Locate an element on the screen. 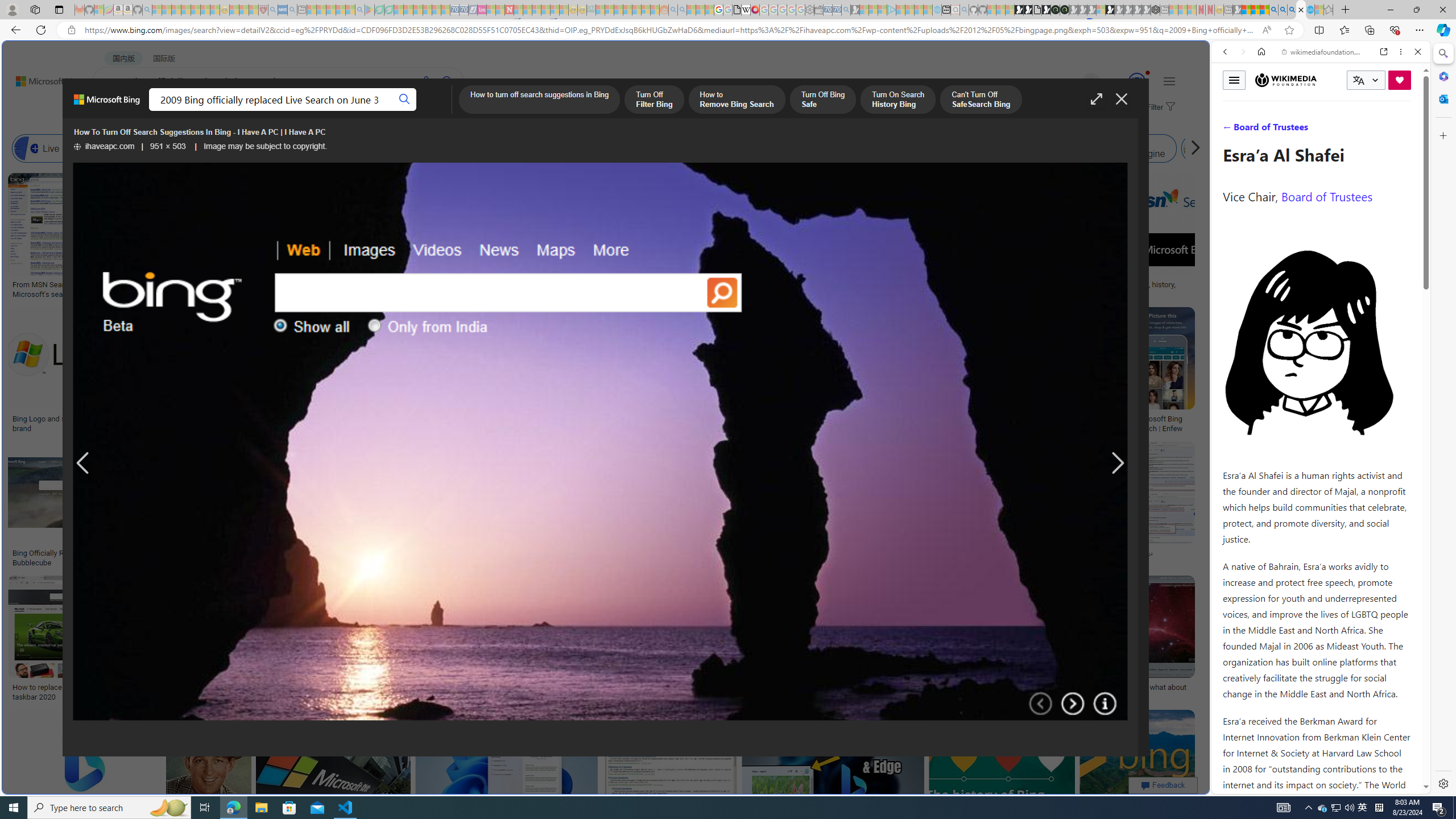  'Back to Bing search' is located at coordinates (42, 78).